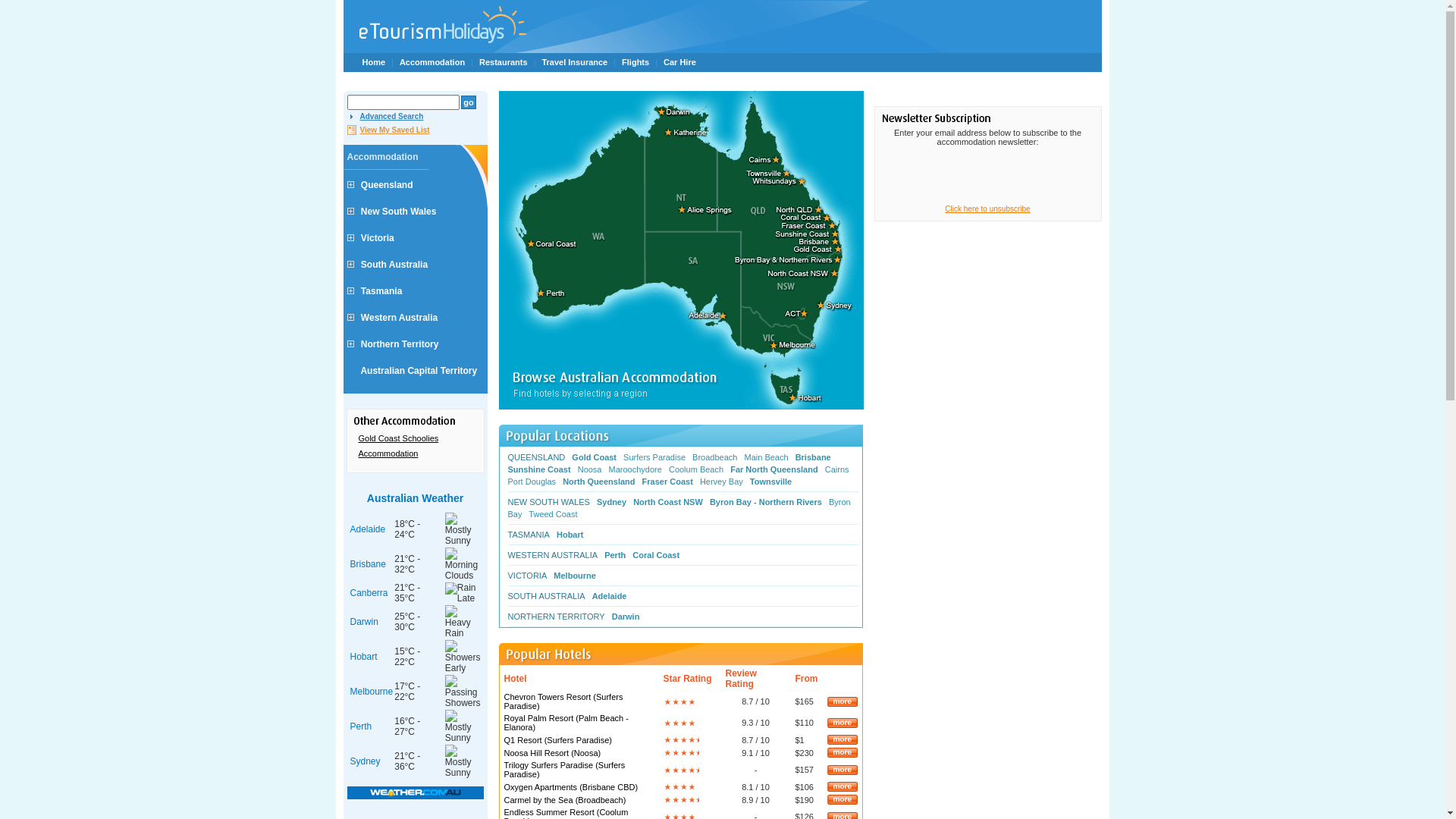 Image resolution: width=1456 pixels, height=819 pixels. What do you see at coordinates (368, 529) in the screenshot?
I see `'Adelaide'` at bounding box center [368, 529].